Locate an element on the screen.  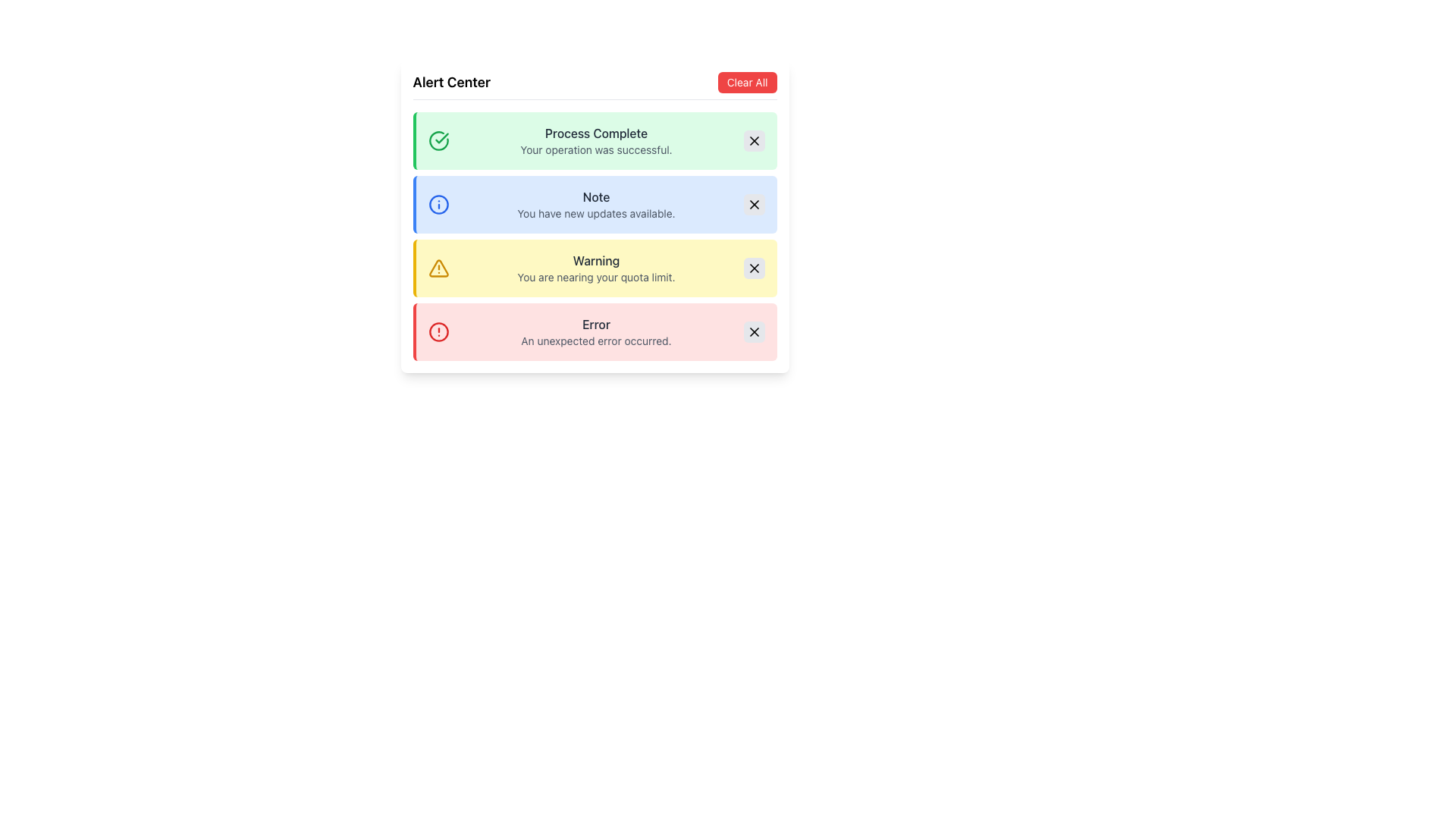
the visual indicator icon located on the left side of the green notification panel, near the top-left corner, confirming the successful completion of a process is located at coordinates (438, 140).